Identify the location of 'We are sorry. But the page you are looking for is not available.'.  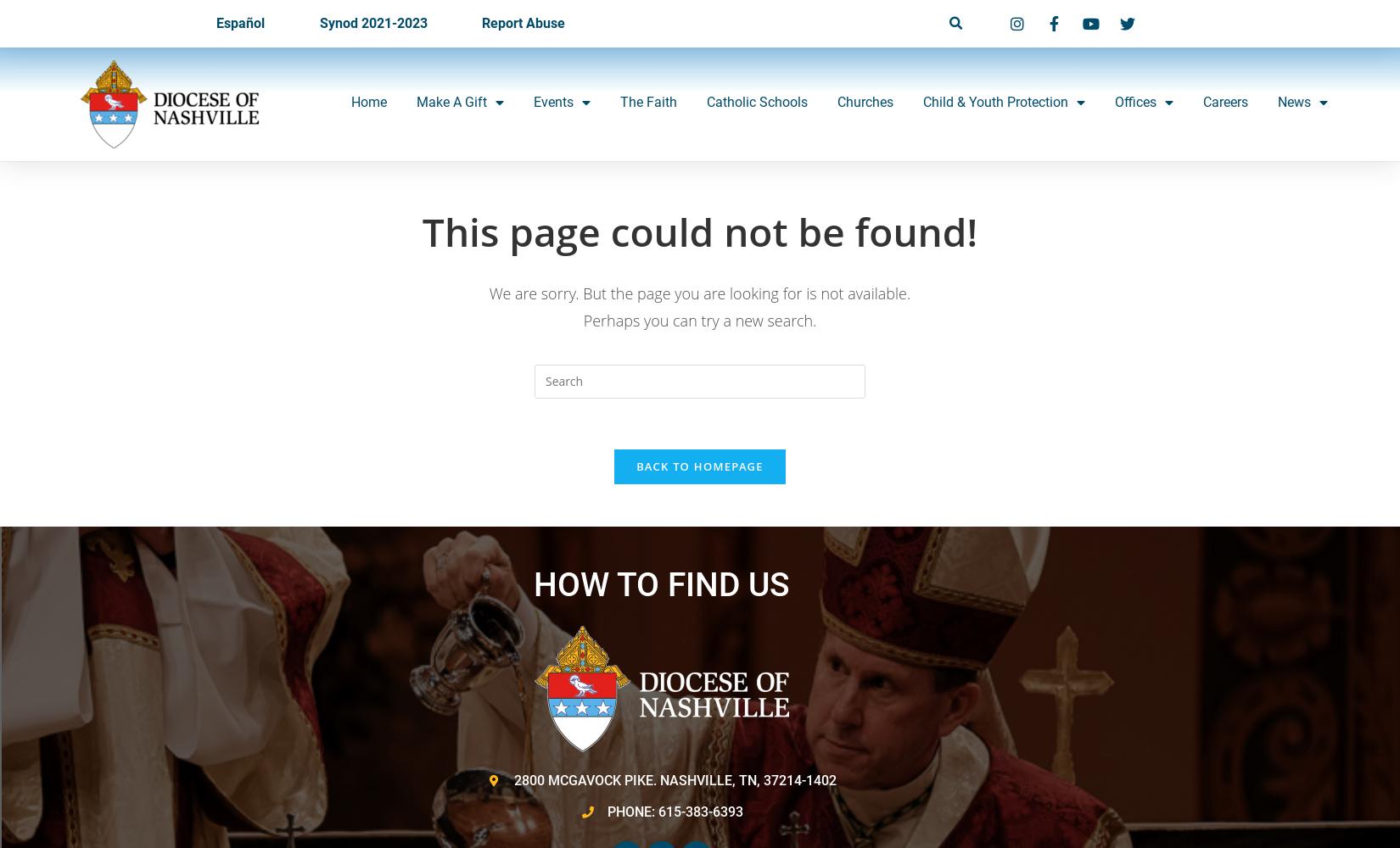
(698, 292).